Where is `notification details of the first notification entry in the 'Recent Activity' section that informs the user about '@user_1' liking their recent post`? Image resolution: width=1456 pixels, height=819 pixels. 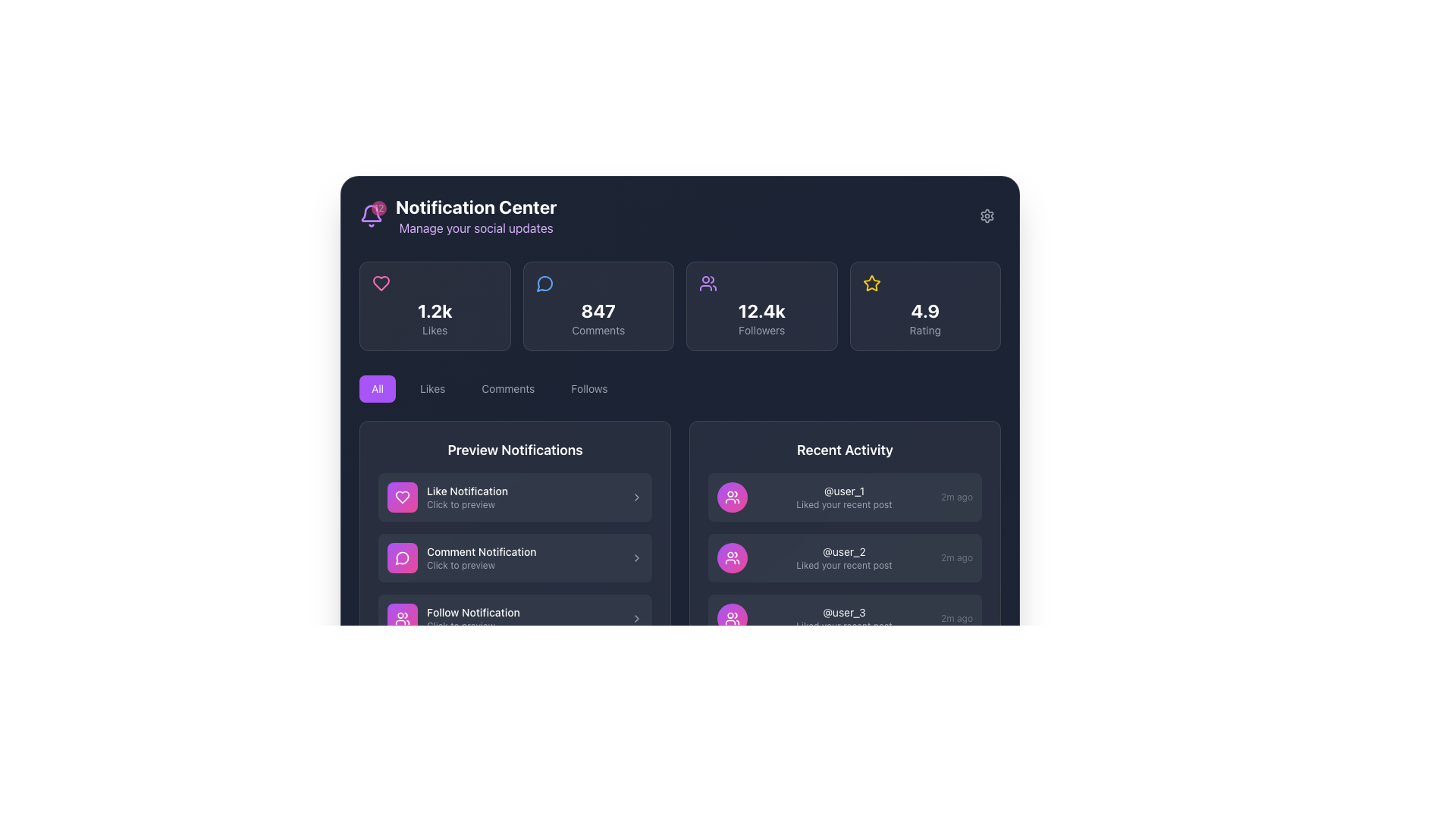
notification details of the first notification entry in the 'Recent Activity' section that informs the user about '@user_1' liking their recent post is located at coordinates (844, 497).